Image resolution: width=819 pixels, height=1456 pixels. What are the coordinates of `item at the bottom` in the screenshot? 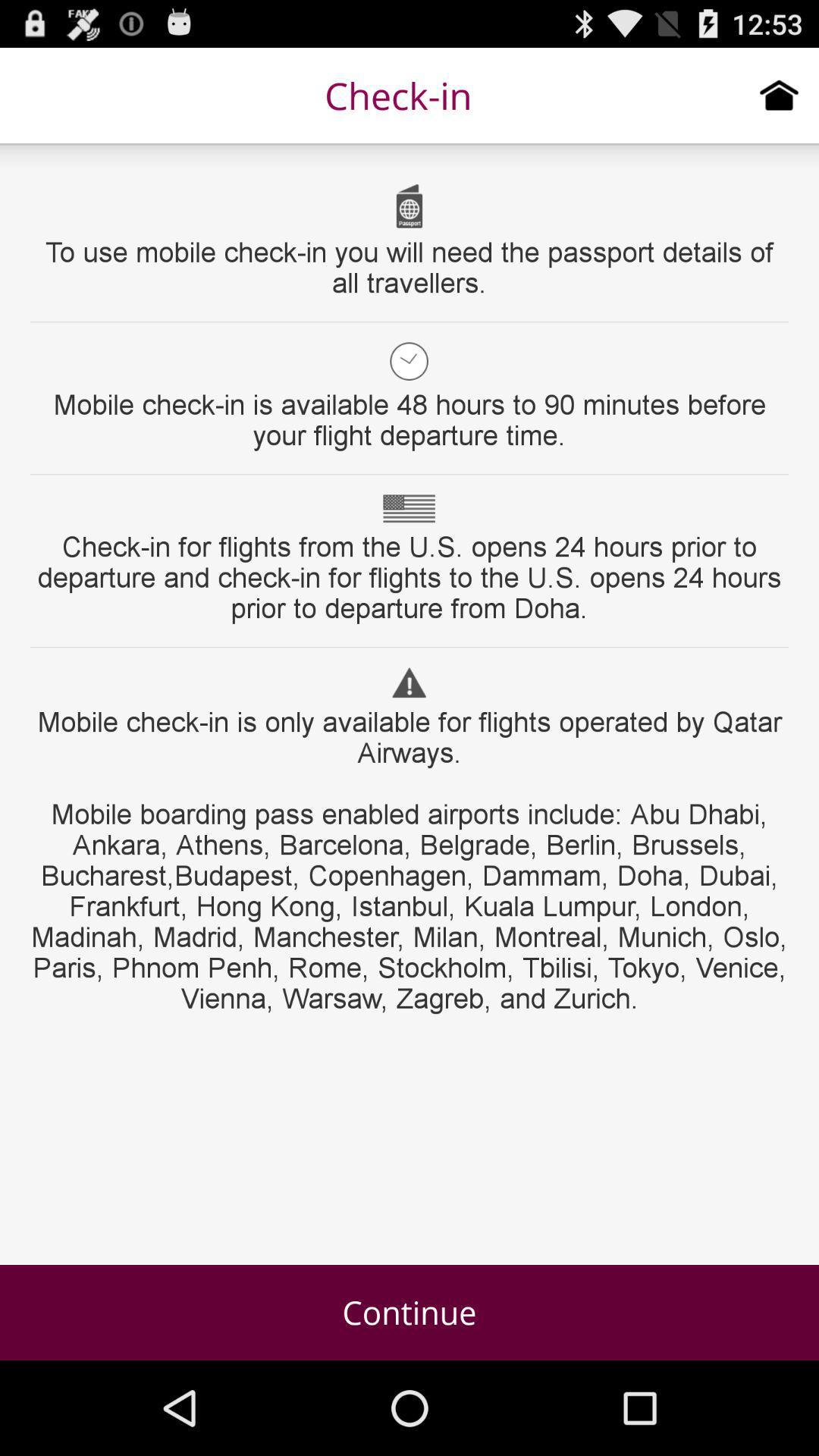 It's located at (409, 1312).